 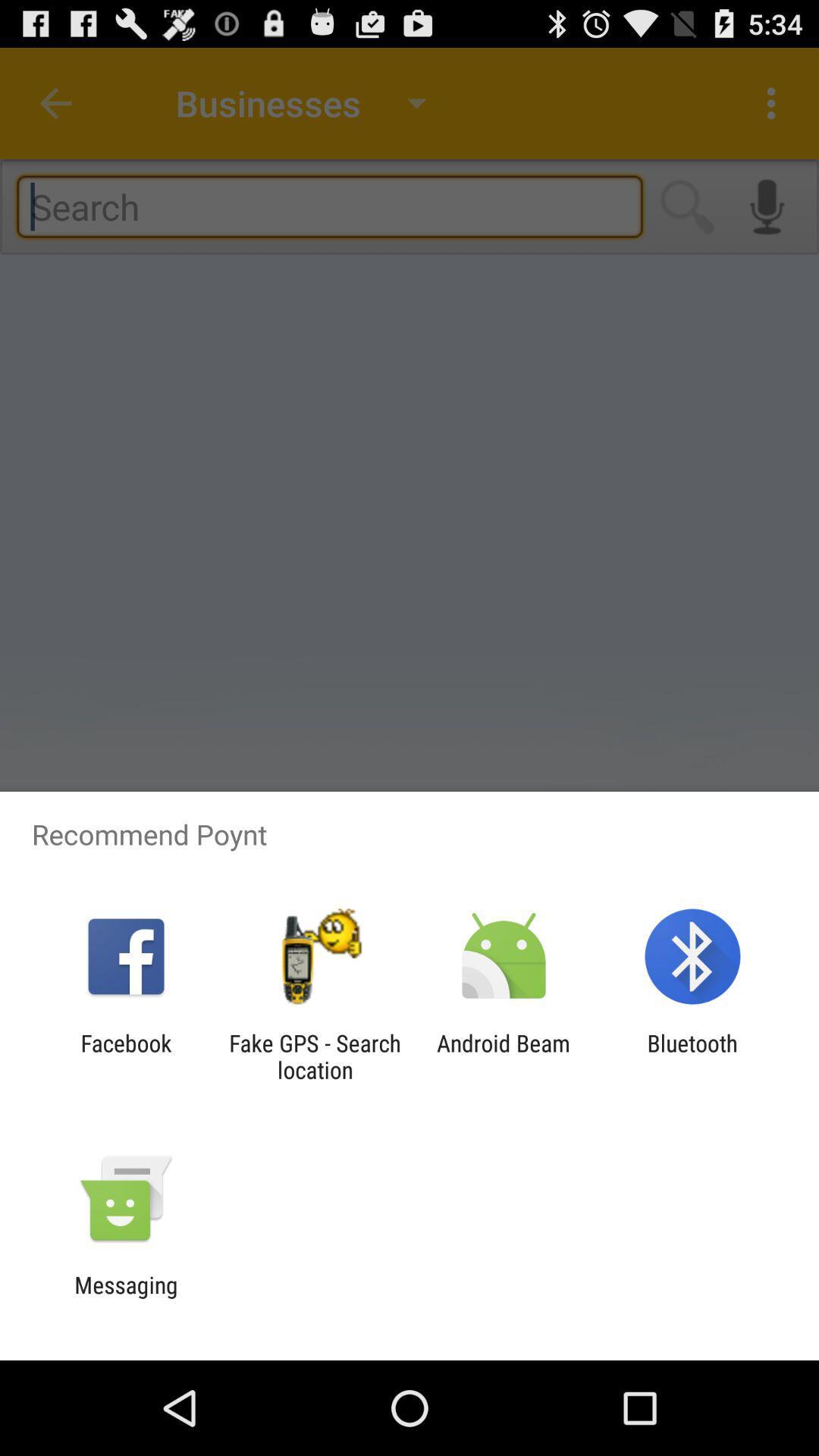 What do you see at coordinates (692, 1056) in the screenshot?
I see `the bluetooth app` at bounding box center [692, 1056].